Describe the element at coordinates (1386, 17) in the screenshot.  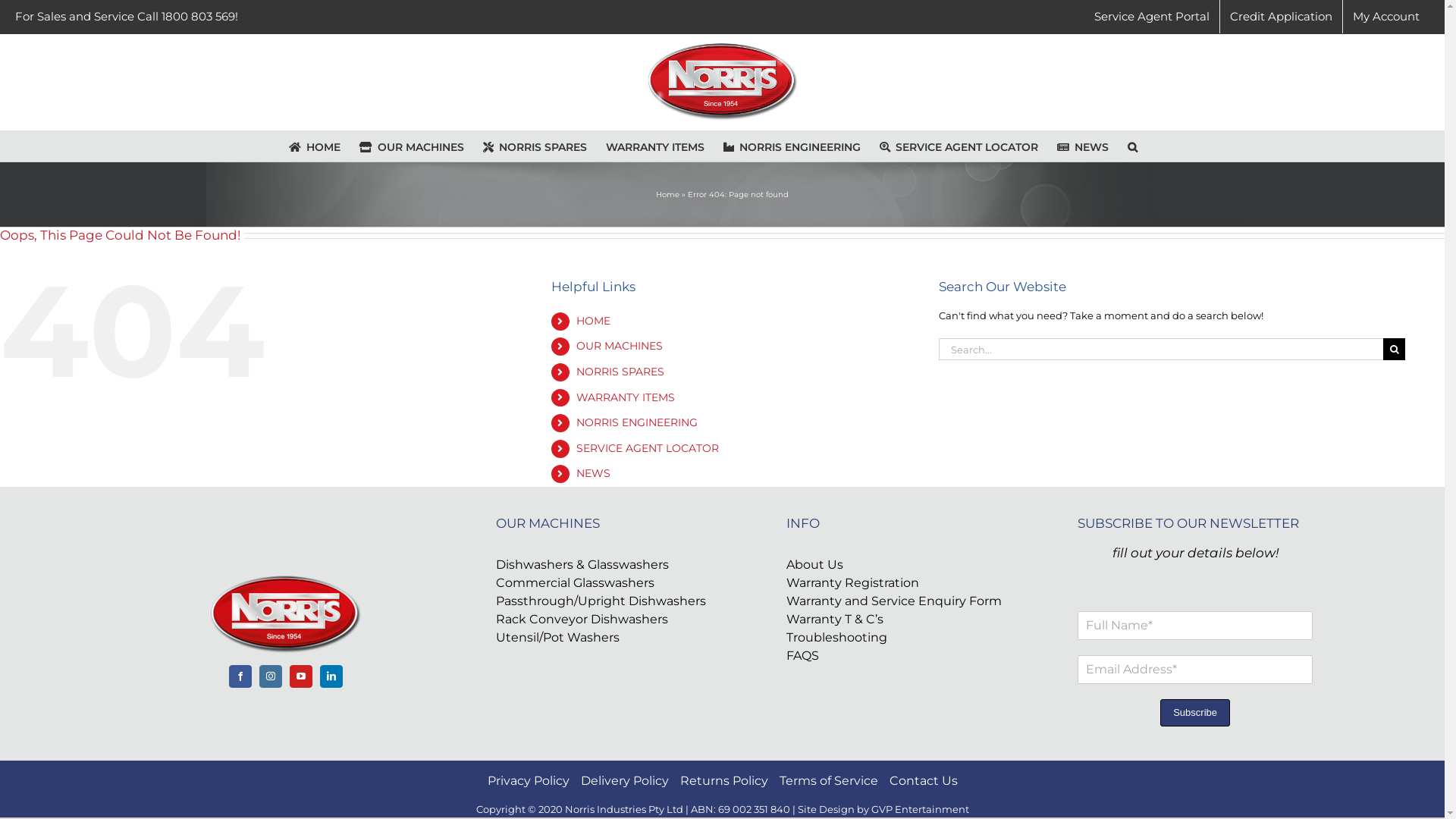
I see `'My Account'` at that location.